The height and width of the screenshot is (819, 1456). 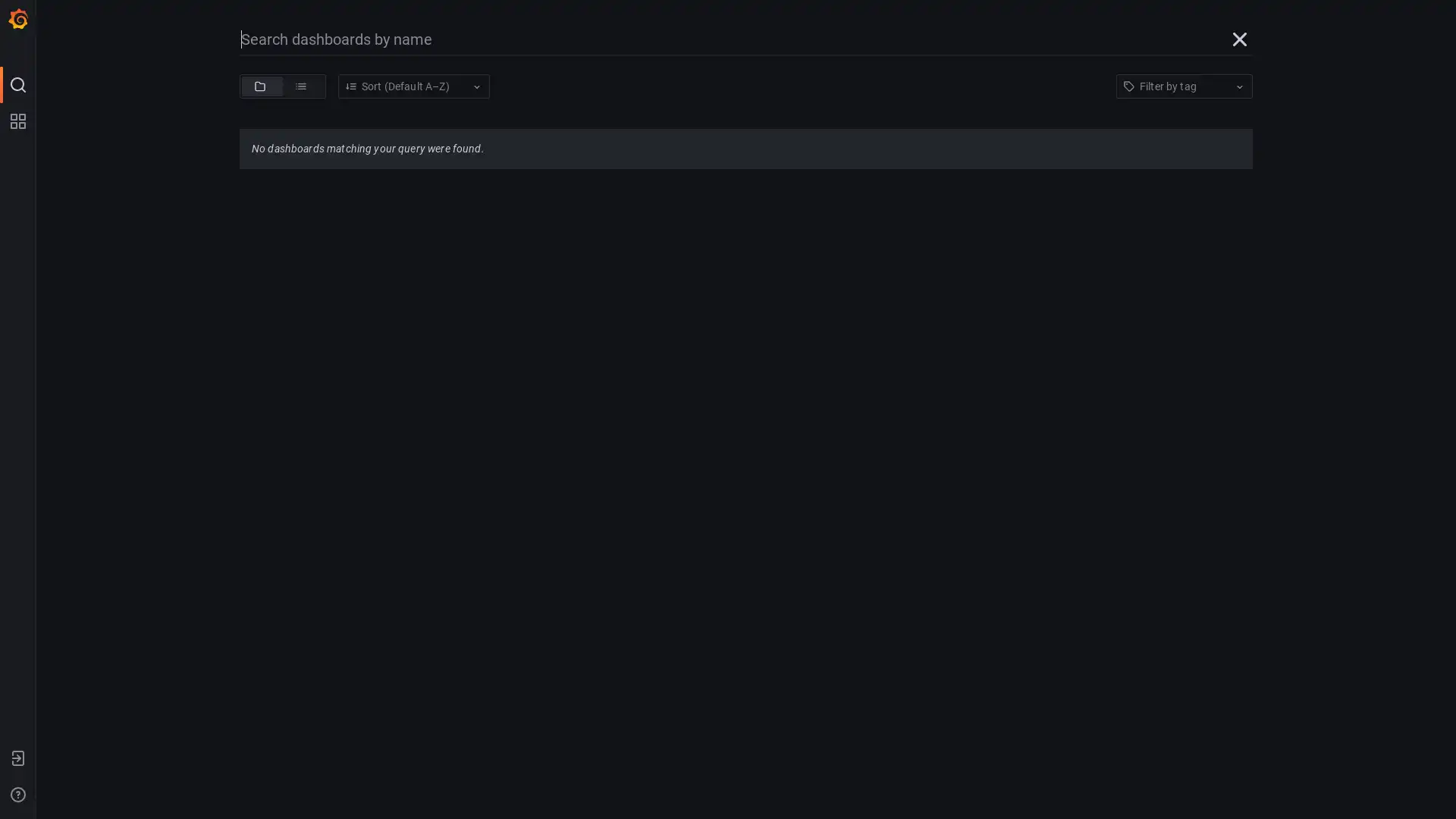 I want to click on Refresh dashboard, so click(x=1371, y=24).